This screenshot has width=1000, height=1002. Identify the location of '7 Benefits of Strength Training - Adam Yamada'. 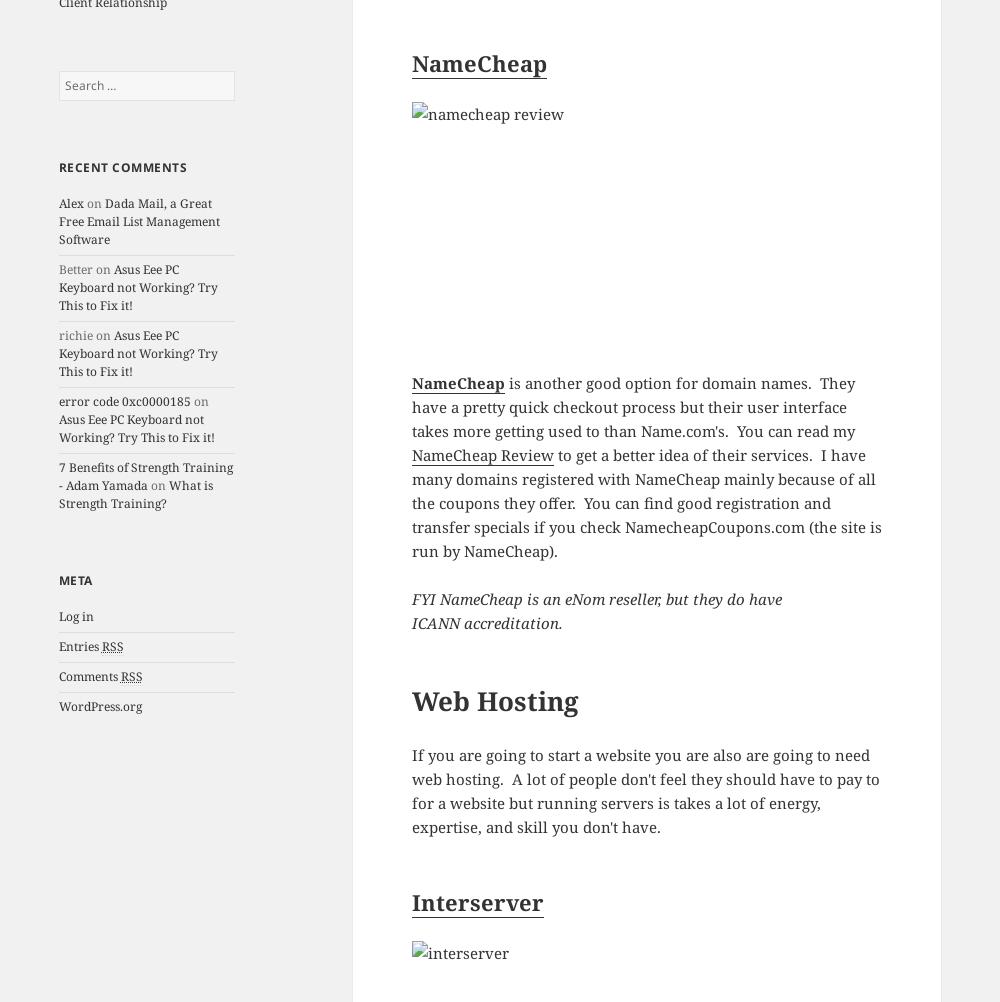
(145, 475).